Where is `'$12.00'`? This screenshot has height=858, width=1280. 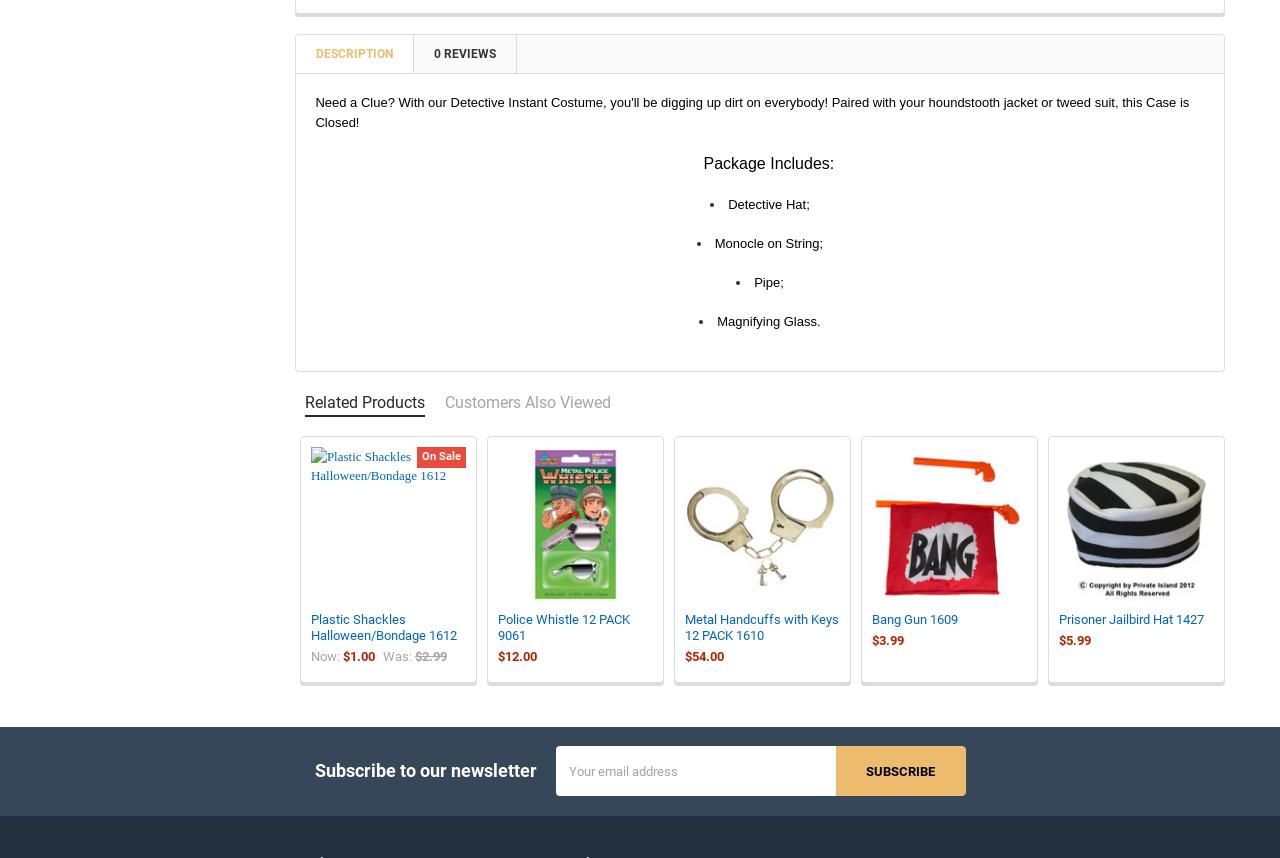 '$12.00' is located at coordinates (497, 669).